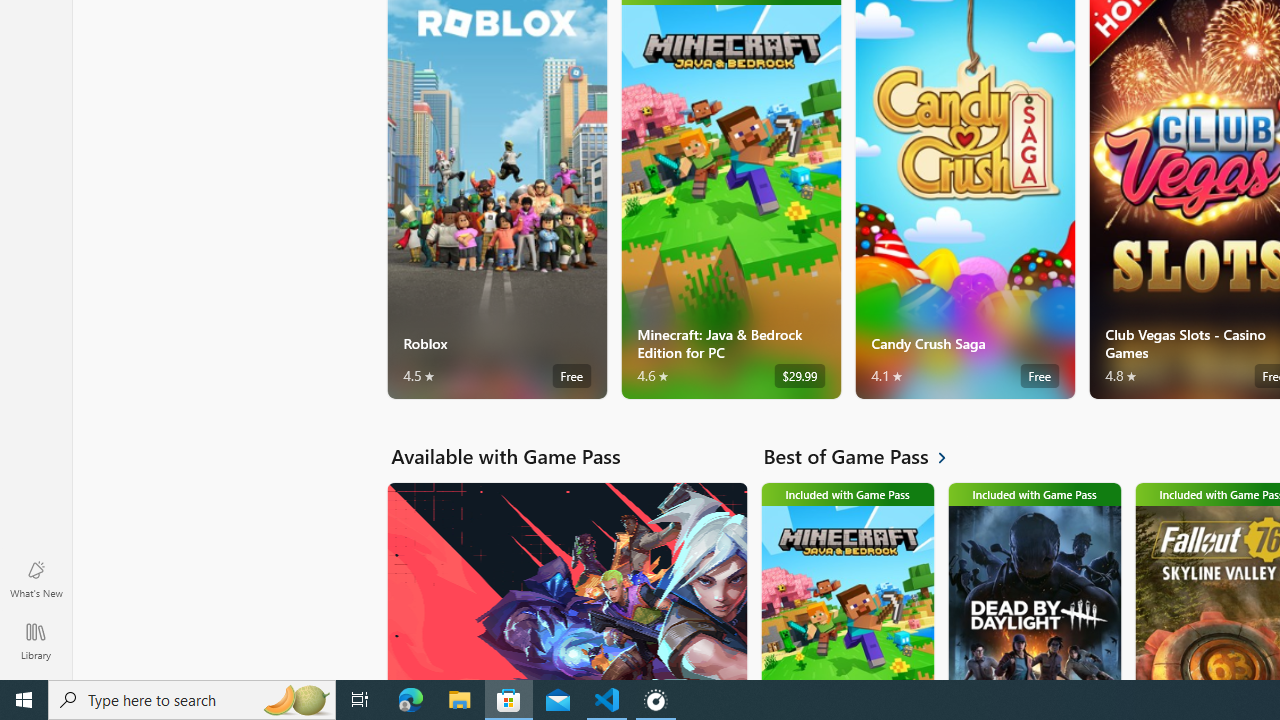  What do you see at coordinates (35, 578) in the screenshot?
I see `'What'` at bounding box center [35, 578].